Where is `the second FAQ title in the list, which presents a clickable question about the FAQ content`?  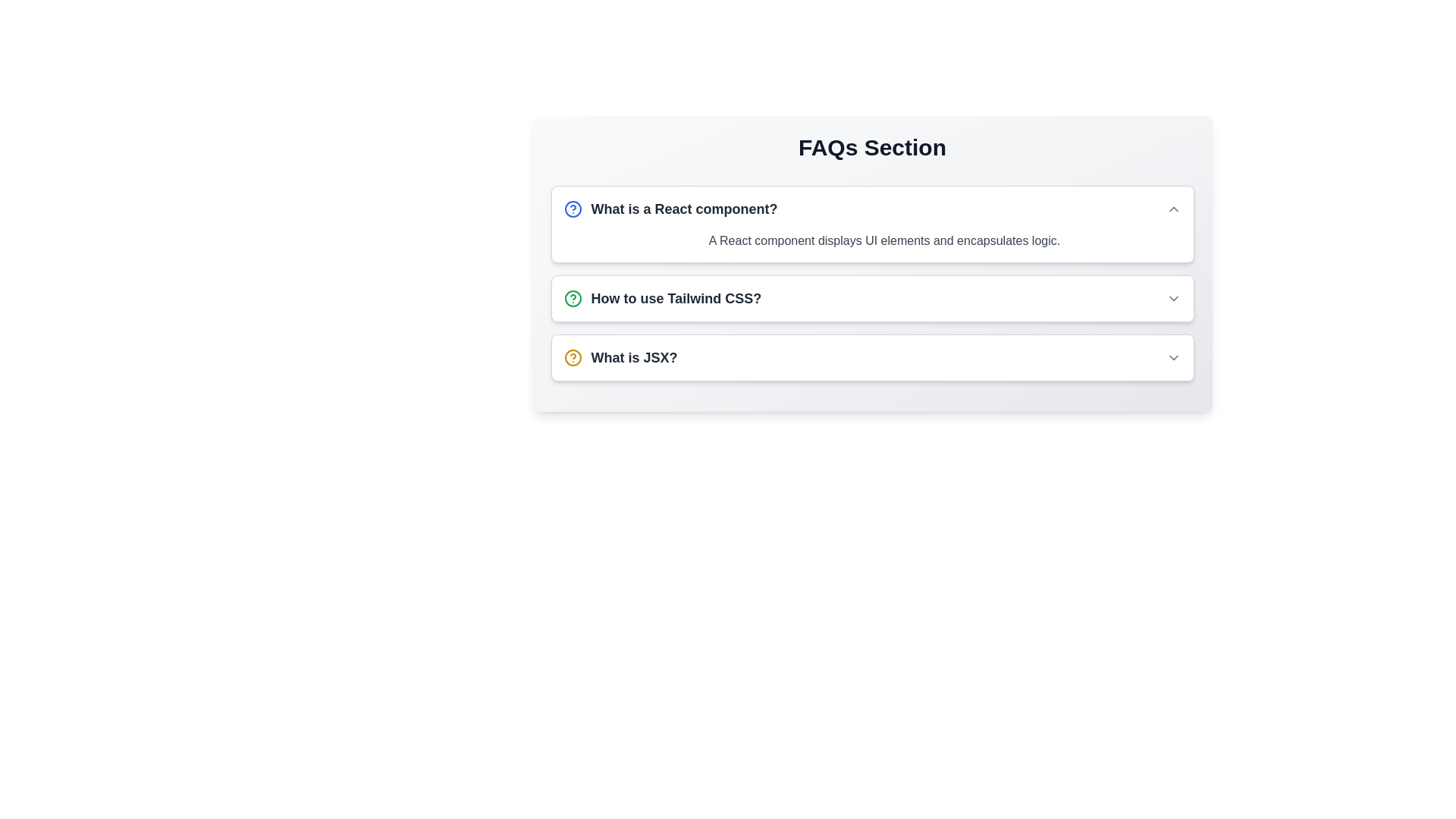
the second FAQ title in the list, which presents a clickable question about the FAQ content is located at coordinates (662, 298).